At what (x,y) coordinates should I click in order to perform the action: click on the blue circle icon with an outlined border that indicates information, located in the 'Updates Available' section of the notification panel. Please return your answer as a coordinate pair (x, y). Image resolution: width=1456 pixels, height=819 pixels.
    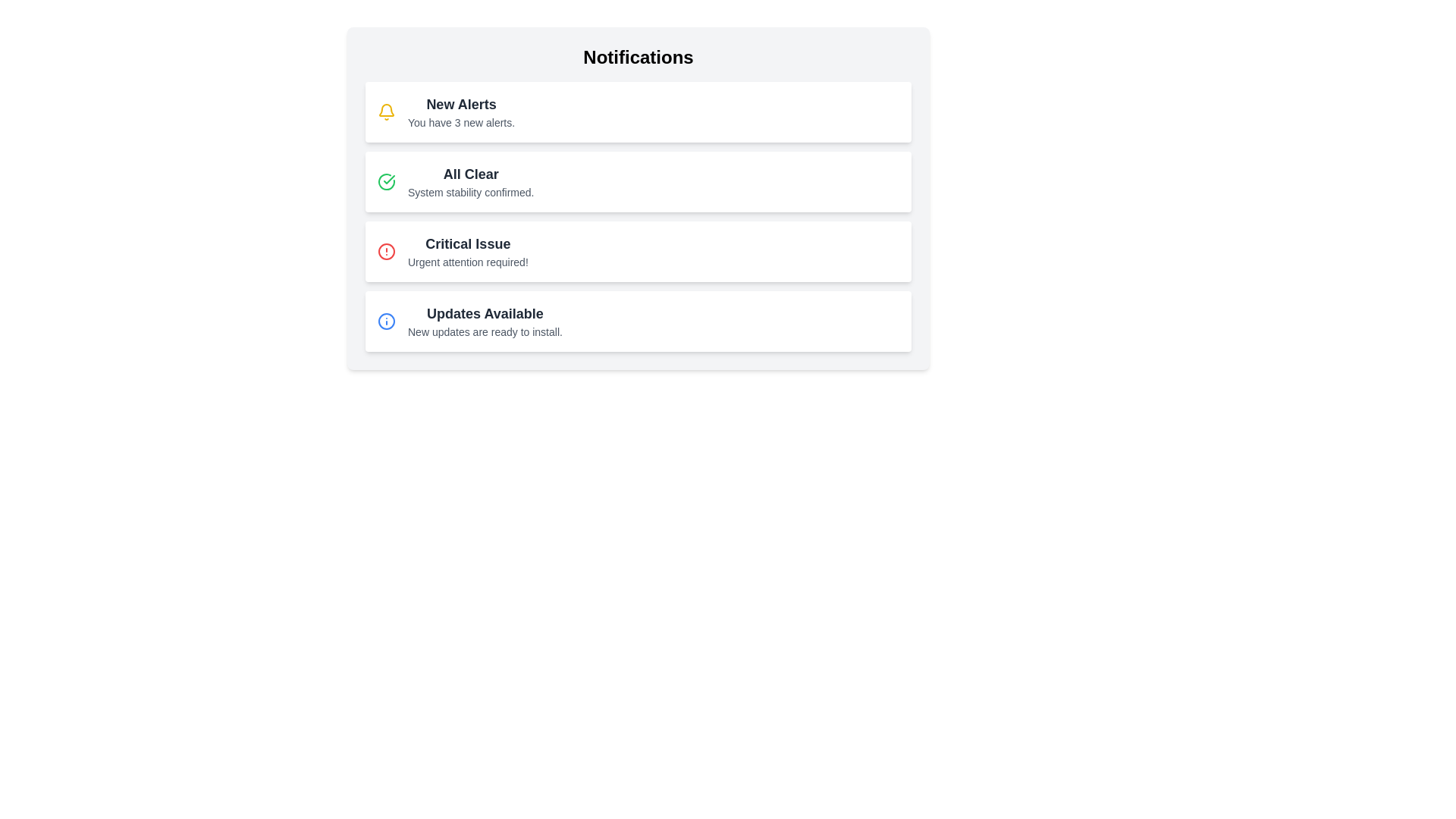
    Looking at the image, I should click on (386, 321).